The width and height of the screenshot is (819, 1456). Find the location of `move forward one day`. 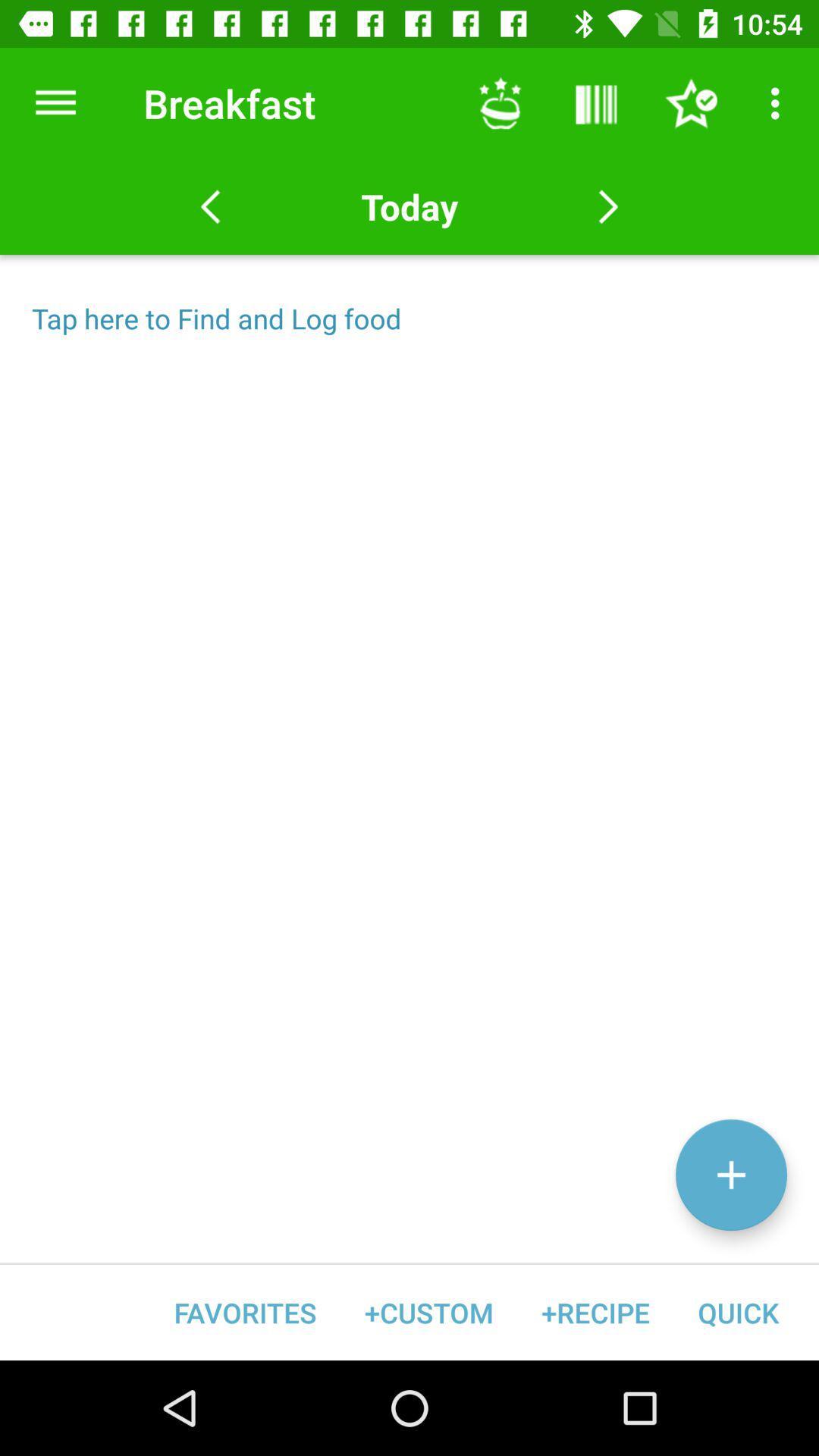

move forward one day is located at coordinates (607, 206).